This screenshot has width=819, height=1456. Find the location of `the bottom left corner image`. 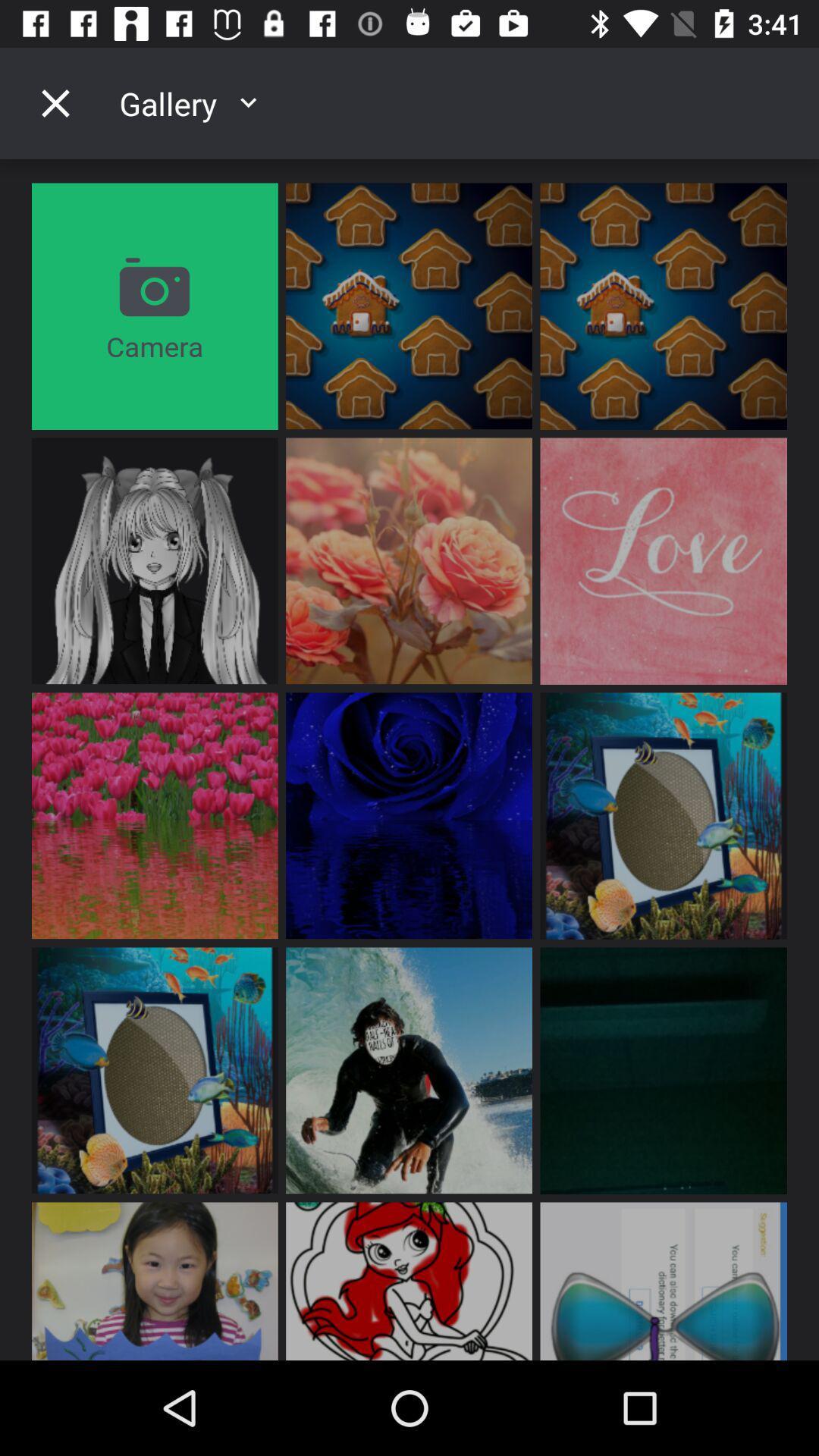

the bottom left corner image is located at coordinates (155, 1280).